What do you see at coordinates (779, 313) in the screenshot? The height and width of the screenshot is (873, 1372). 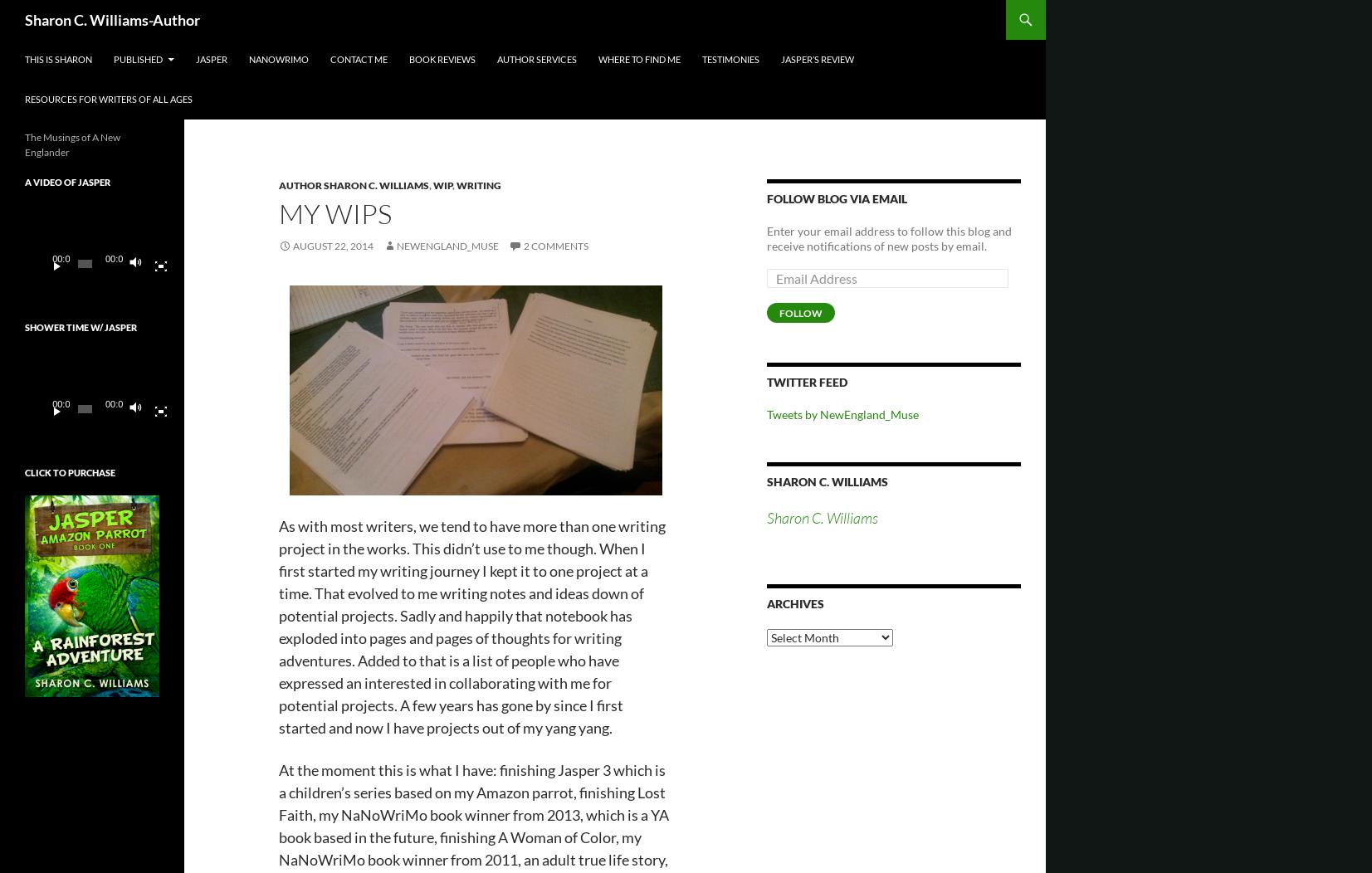 I see `'Follow'` at bounding box center [779, 313].